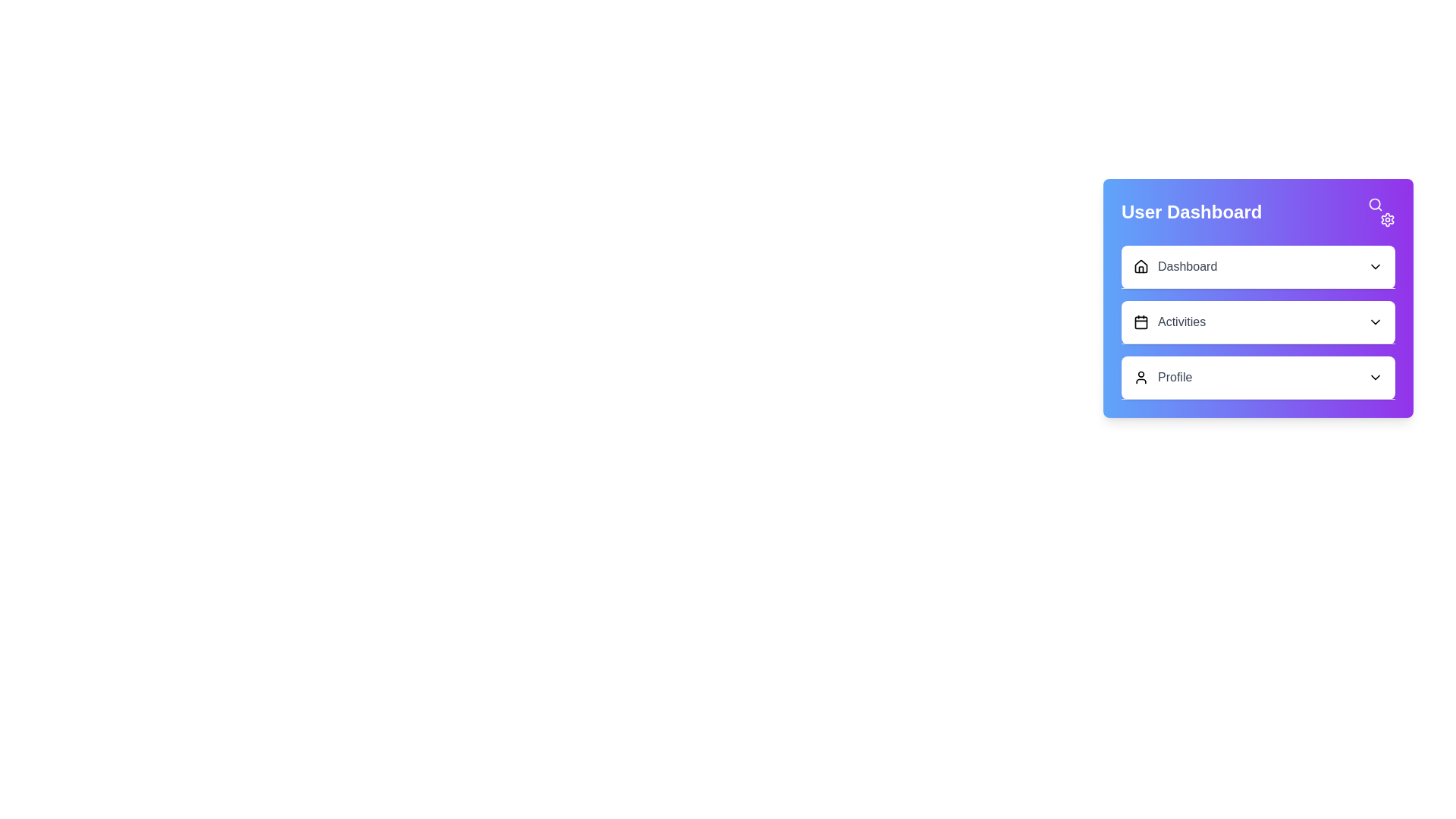 The image size is (1456, 819). I want to click on the title text label located at the top-left corner of the header section of the card-like UI element, so click(1191, 212).